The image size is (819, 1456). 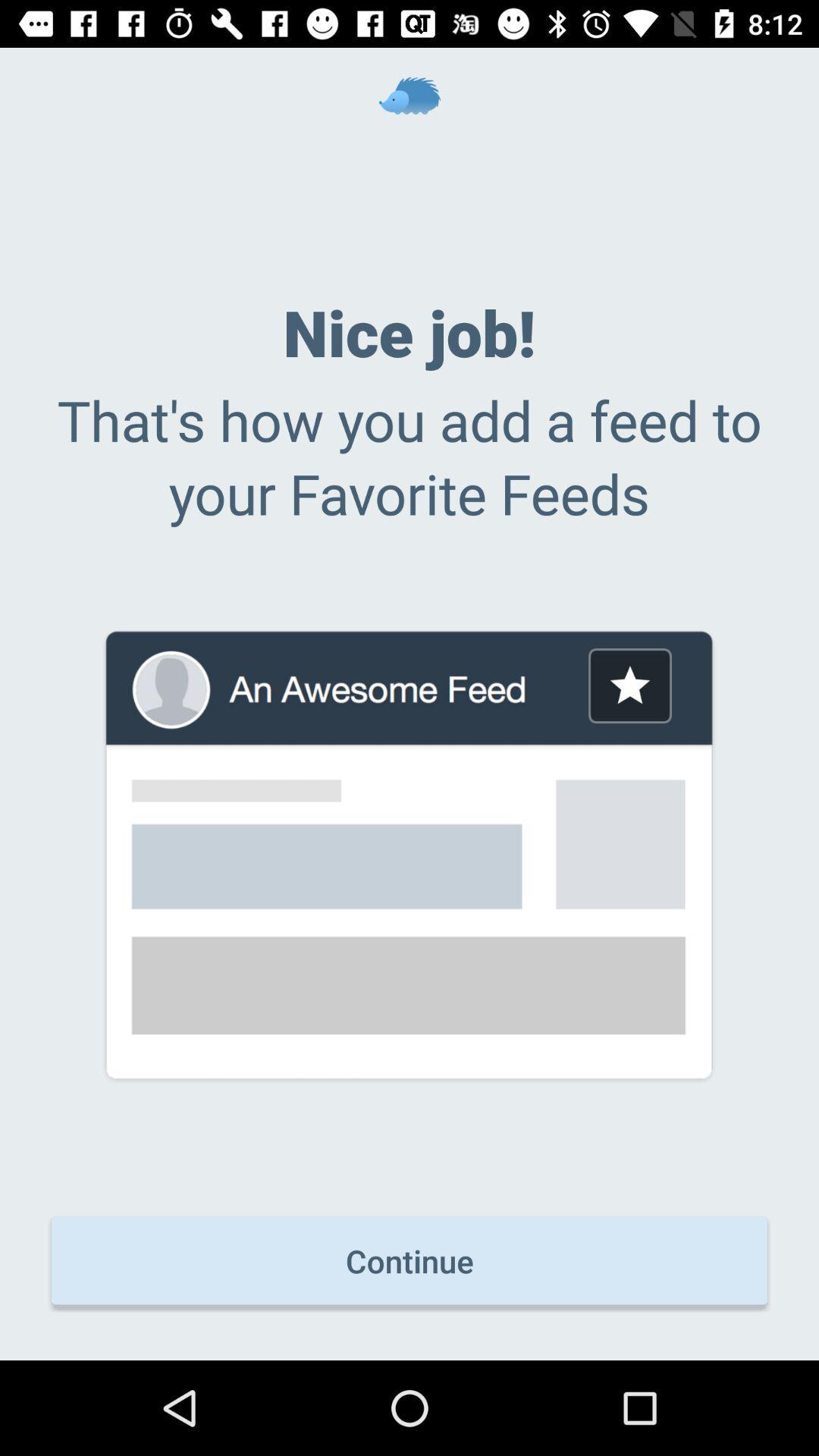 I want to click on the star icon, so click(x=629, y=685).